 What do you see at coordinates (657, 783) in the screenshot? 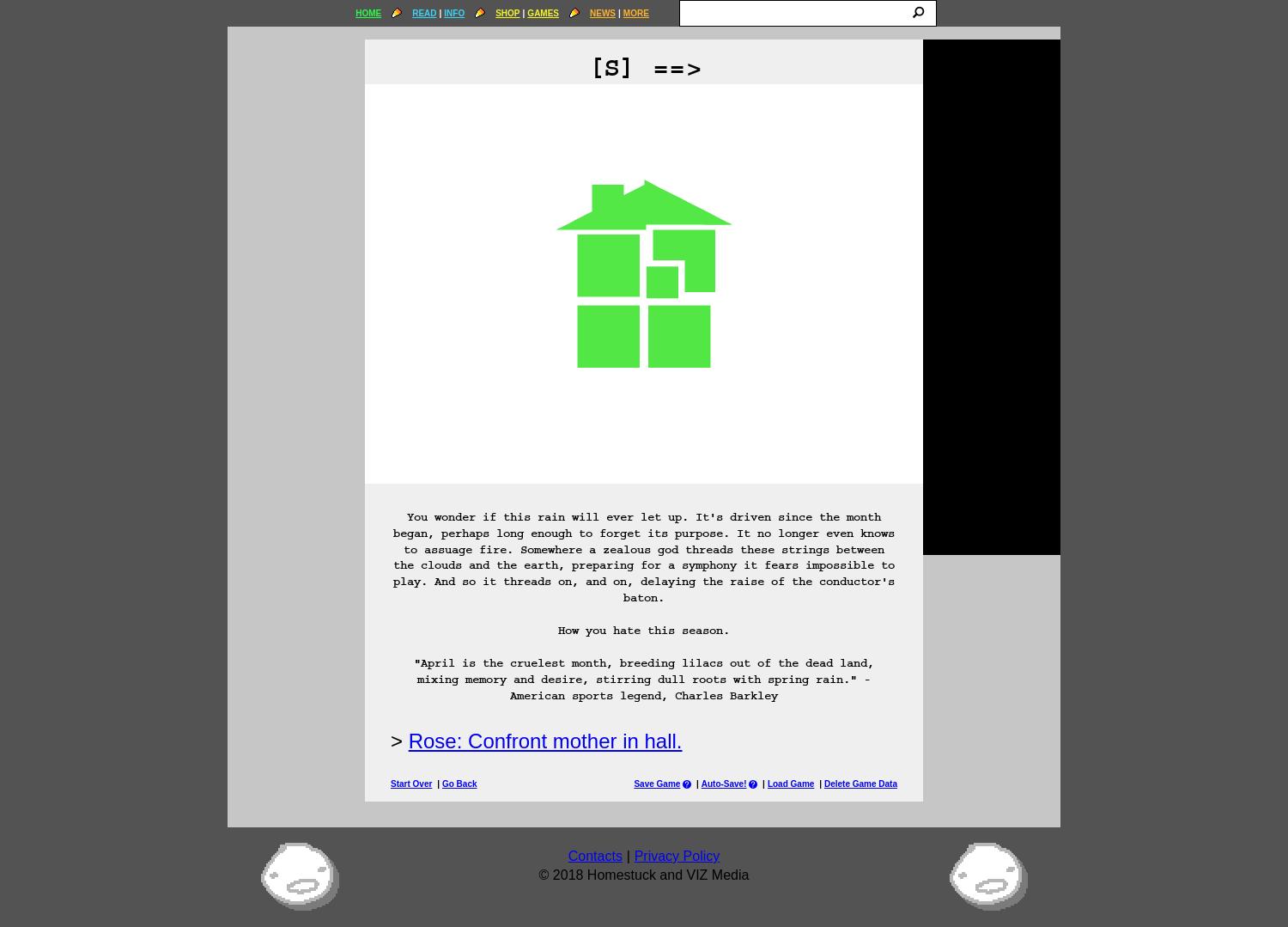
I see `'Save Game'` at bounding box center [657, 783].